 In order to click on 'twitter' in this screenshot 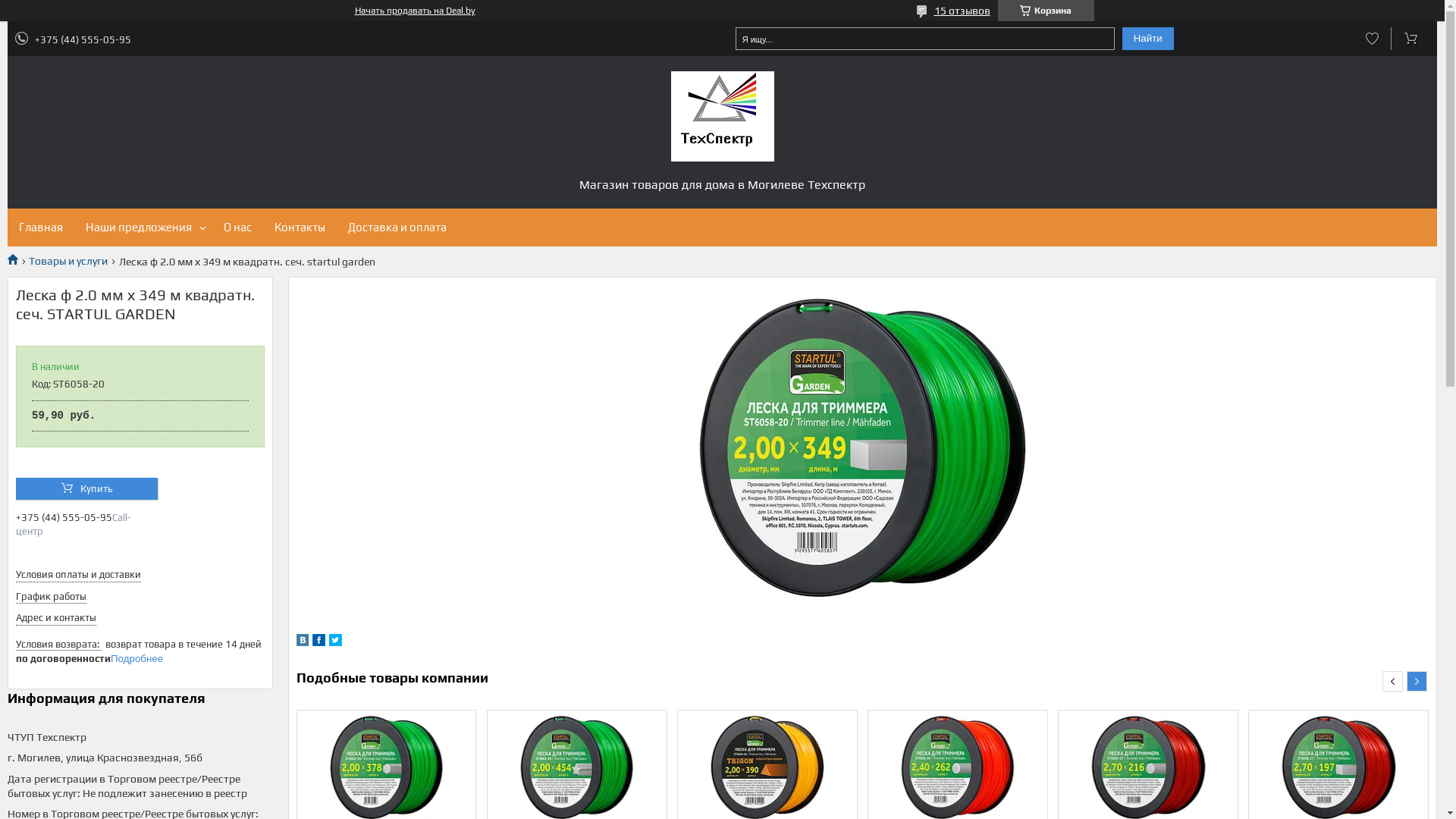, I will do `click(334, 642)`.